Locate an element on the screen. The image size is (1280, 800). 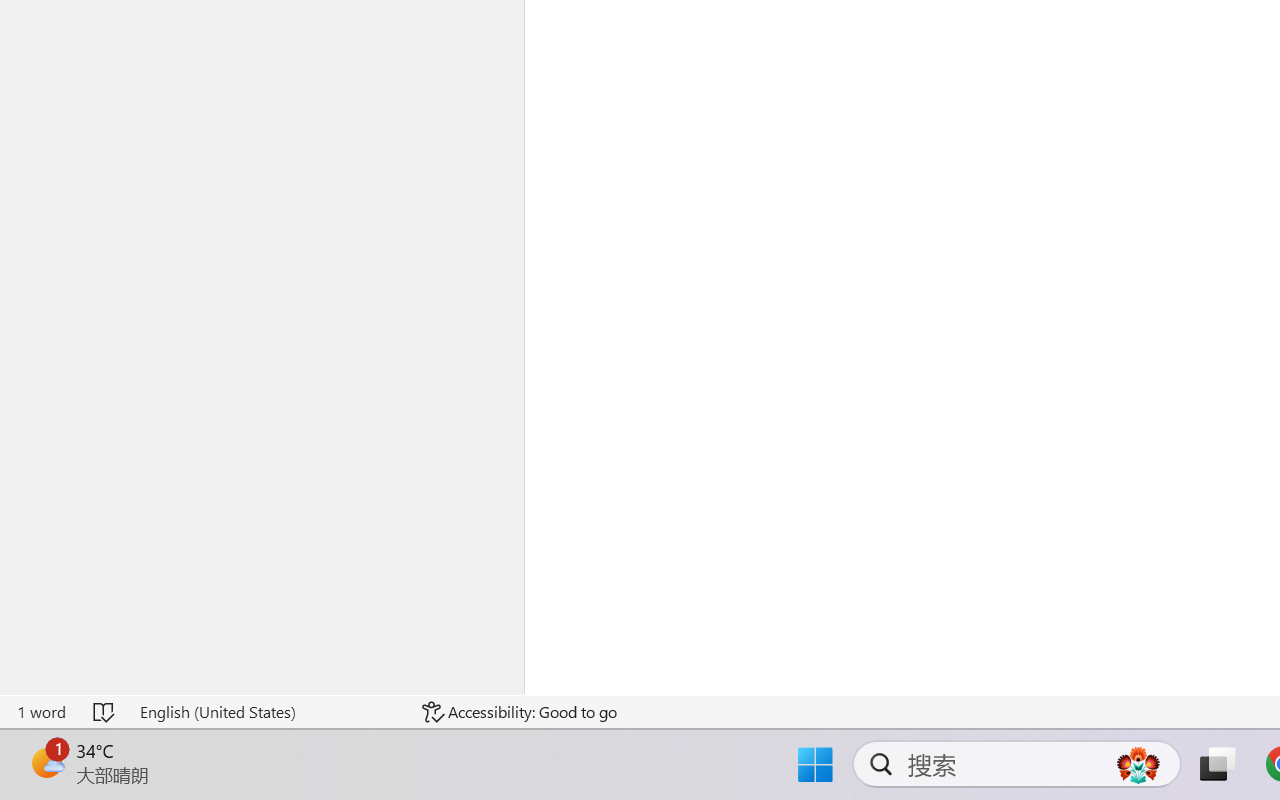
'Accessibility Checker Accessibility: Good to go' is located at coordinates (519, 711).